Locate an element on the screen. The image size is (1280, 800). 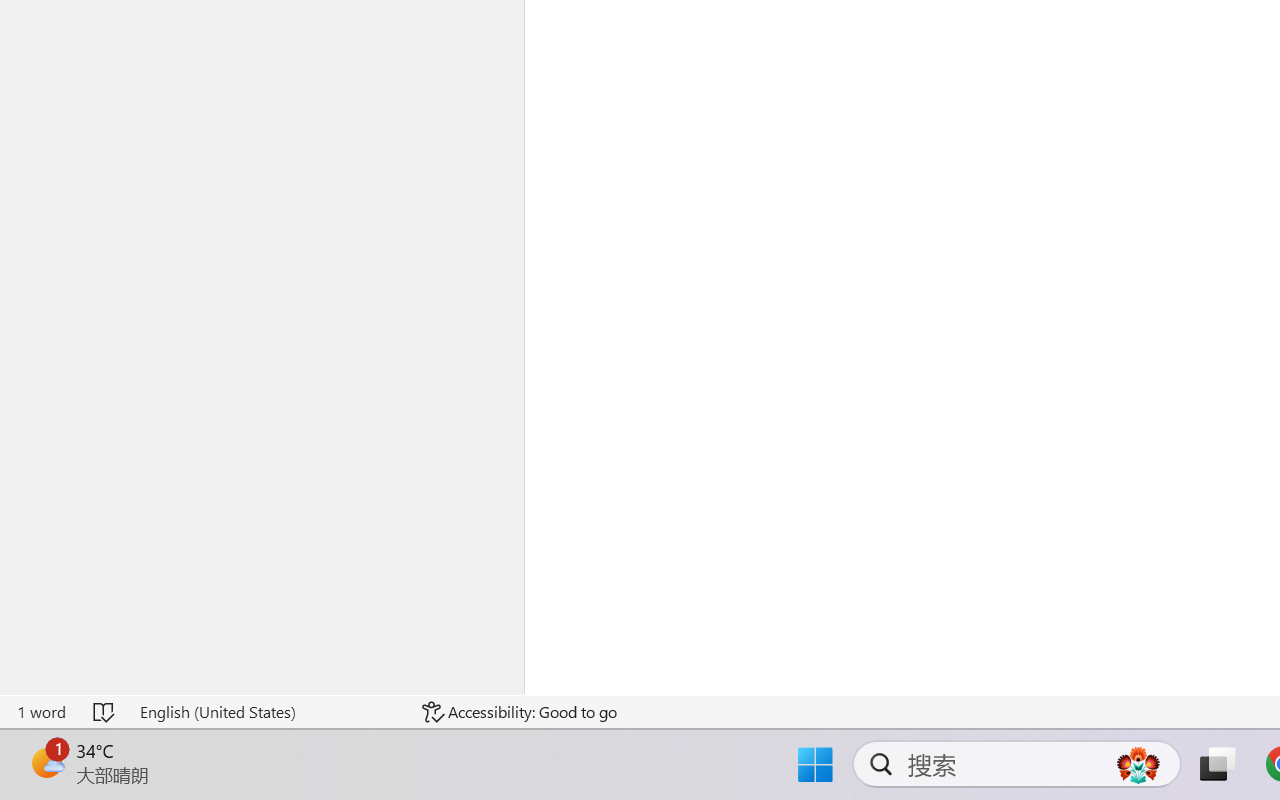
'Accessibility Checker Accessibility: Good to go' is located at coordinates (519, 711).